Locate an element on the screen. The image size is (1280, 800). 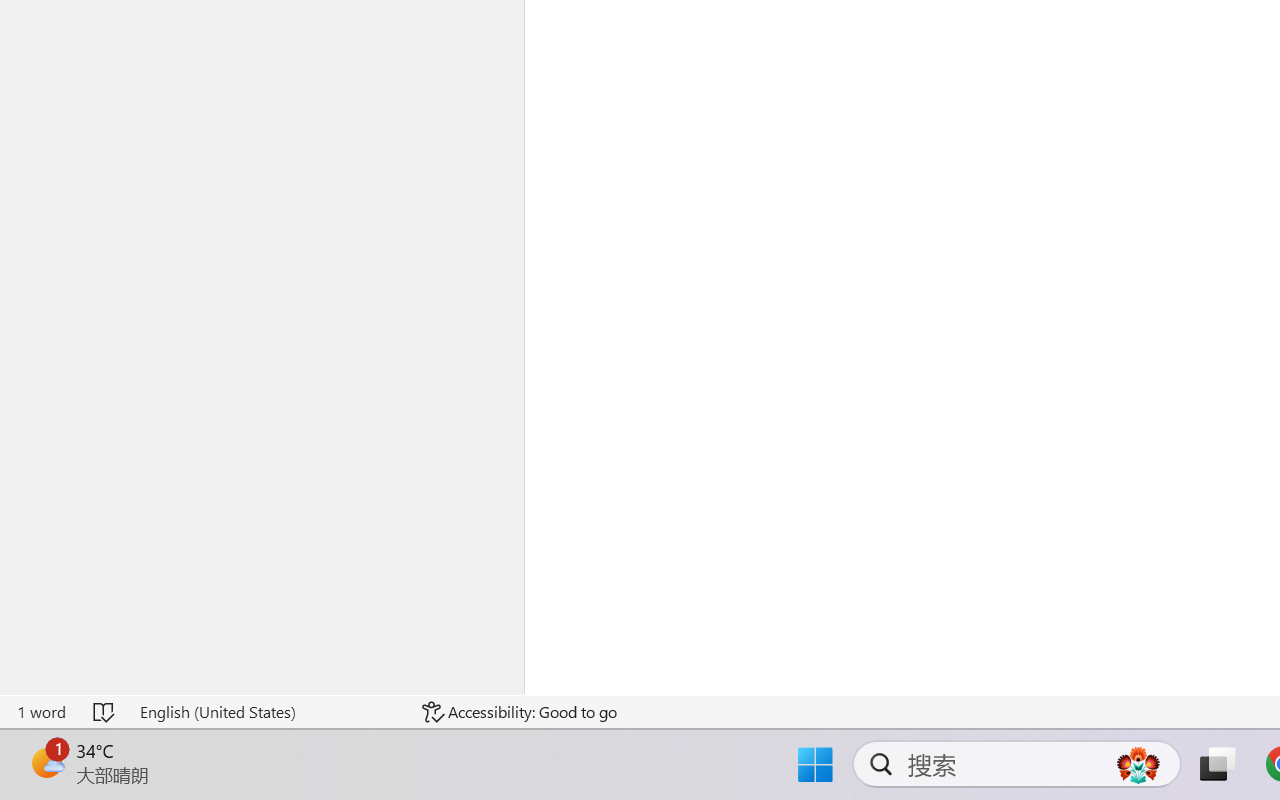
'Accessibility Checker Accessibility: Good to go' is located at coordinates (519, 711).